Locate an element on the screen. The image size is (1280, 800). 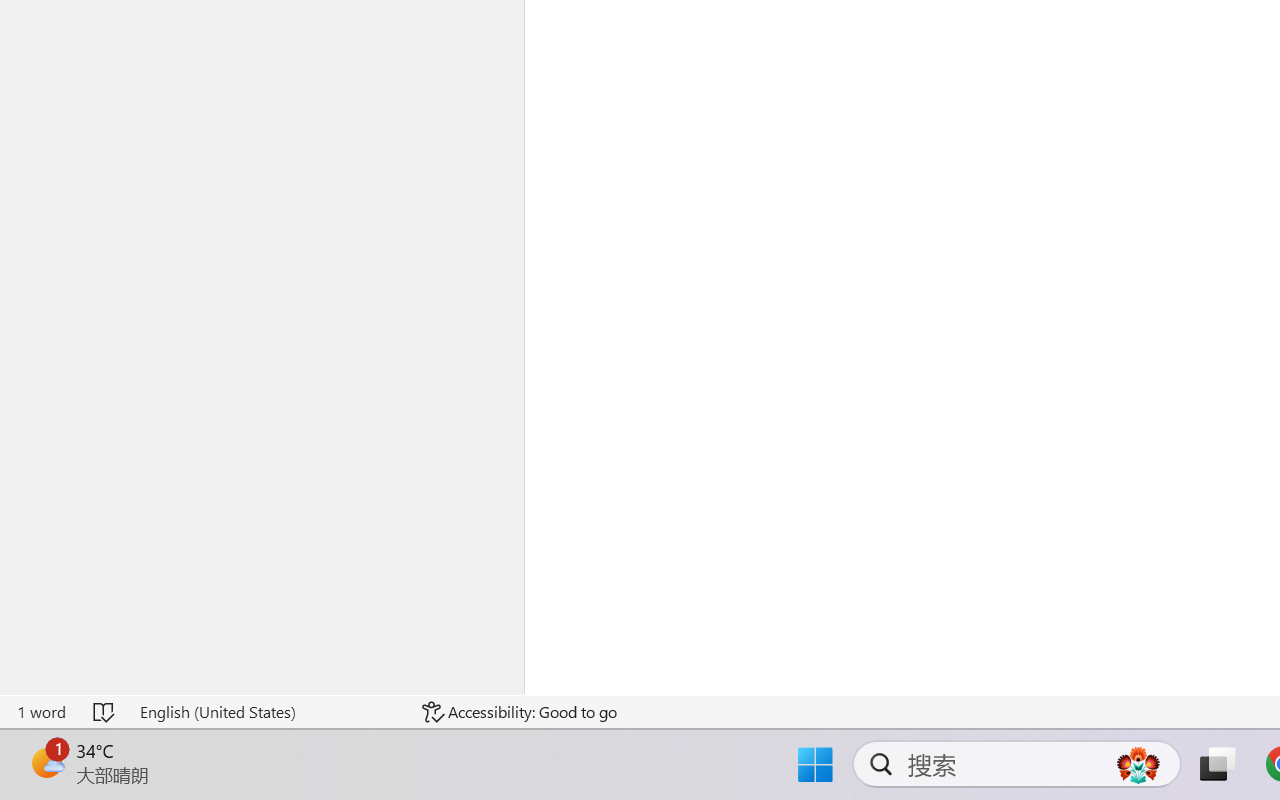
'Accessibility Checker Accessibility: Good to go' is located at coordinates (519, 711).